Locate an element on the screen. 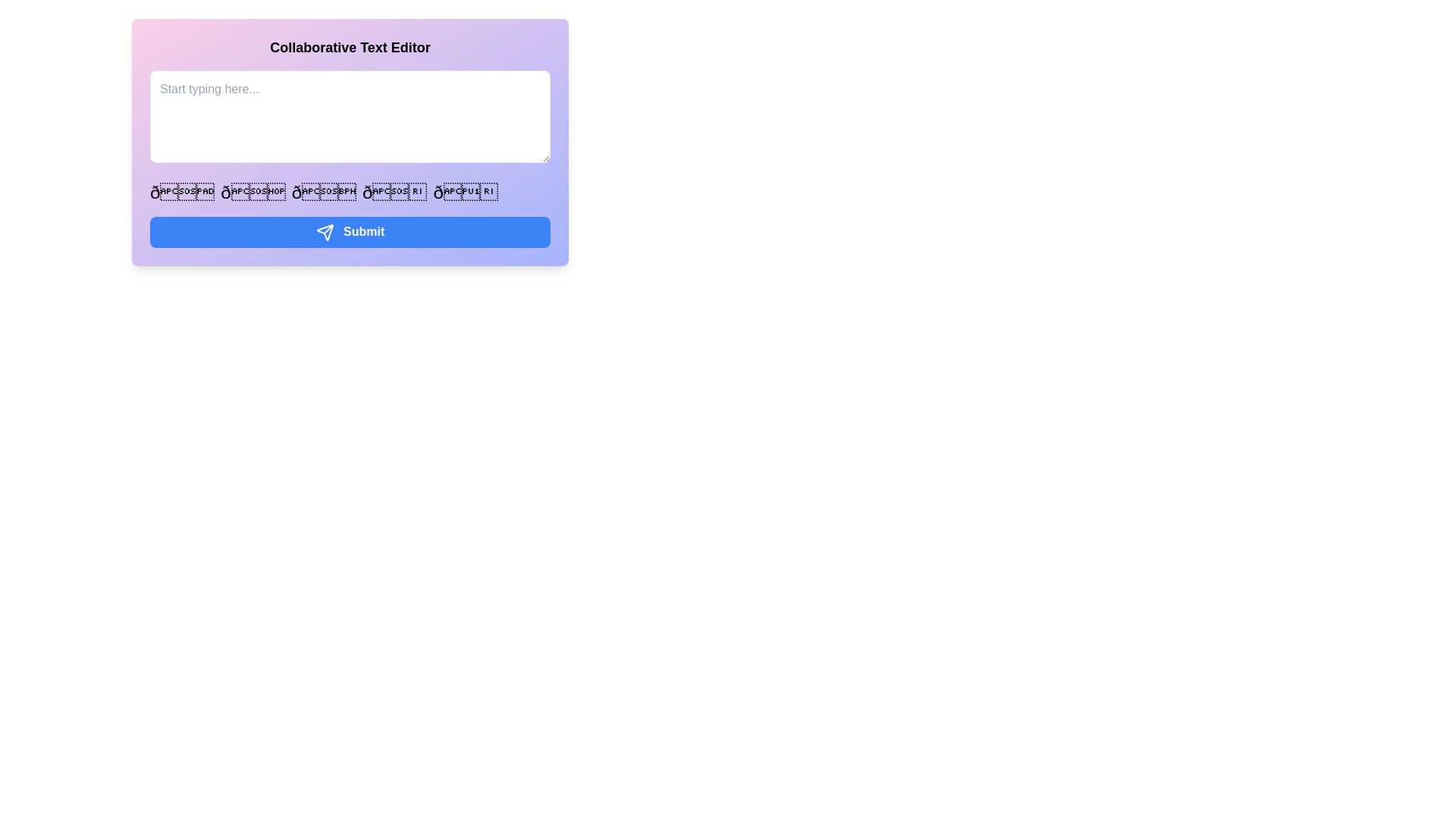 This screenshot has height=819, width=1456. the 'like' button, which is the last button in a horizontal sequence located below the text input field in the 'Collaborative Text Editor' is located at coordinates (465, 192).